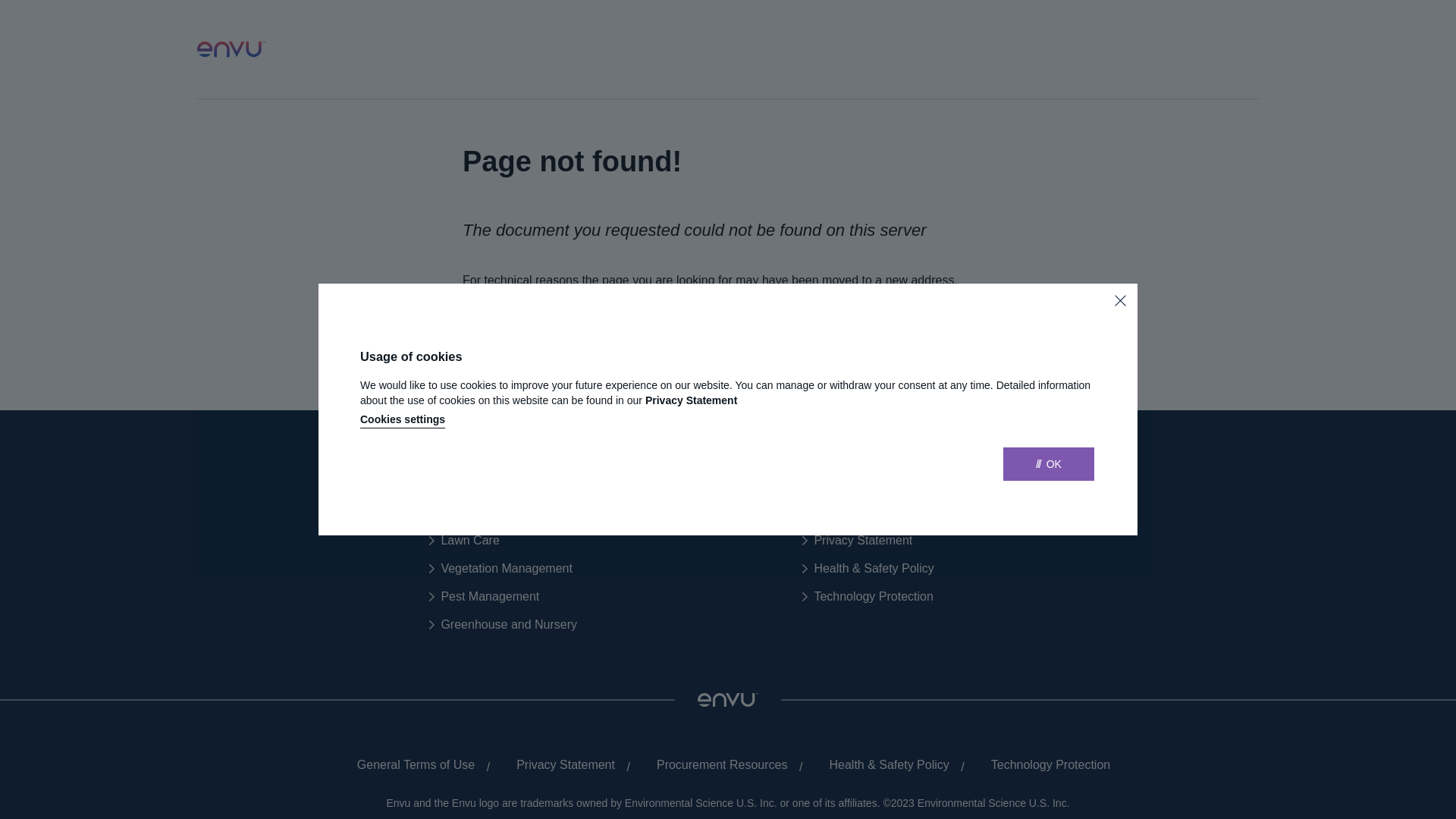 This screenshot has height=819, width=1456. What do you see at coordinates (1003, 463) in the screenshot?
I see `'OK'` at bounding box center [1003, 463].